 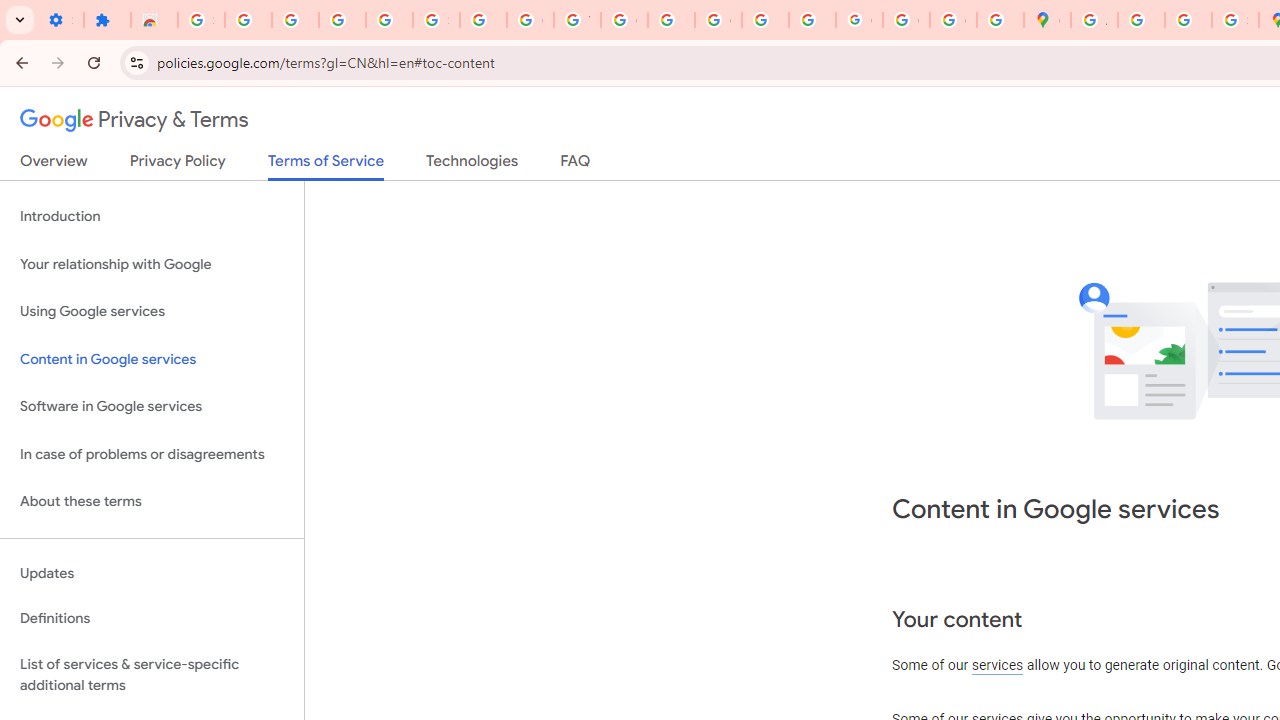 I want to click on 'Google Maps', so click(x=1046, y=20).